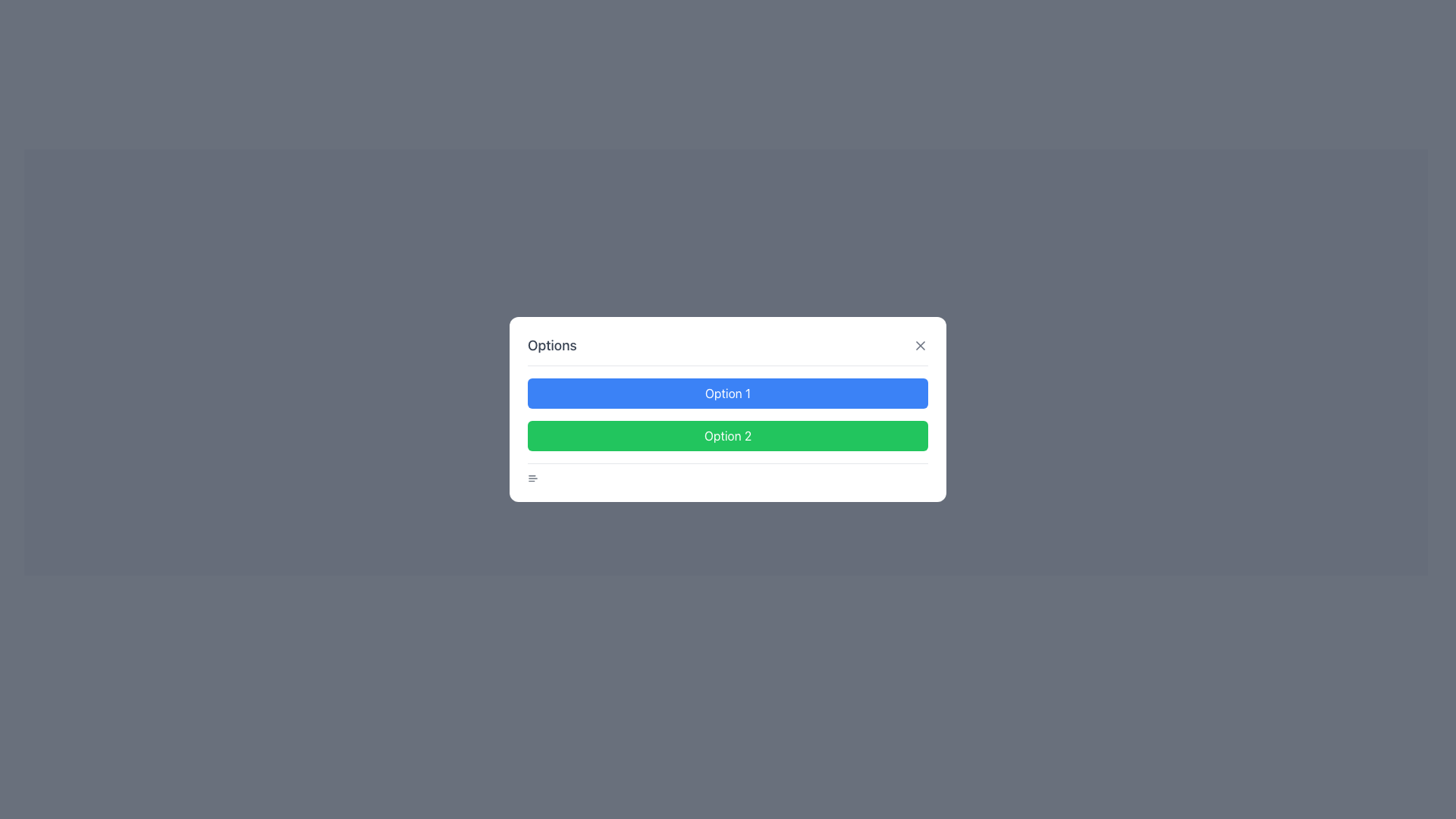 The width and height of the screenshot is (1456, 819). I want to click on the visual indicator icon located at the bottom left corner of the 'Options' section, below the 'Option 1' and 'Option 2' buttons, so click(532, 479).